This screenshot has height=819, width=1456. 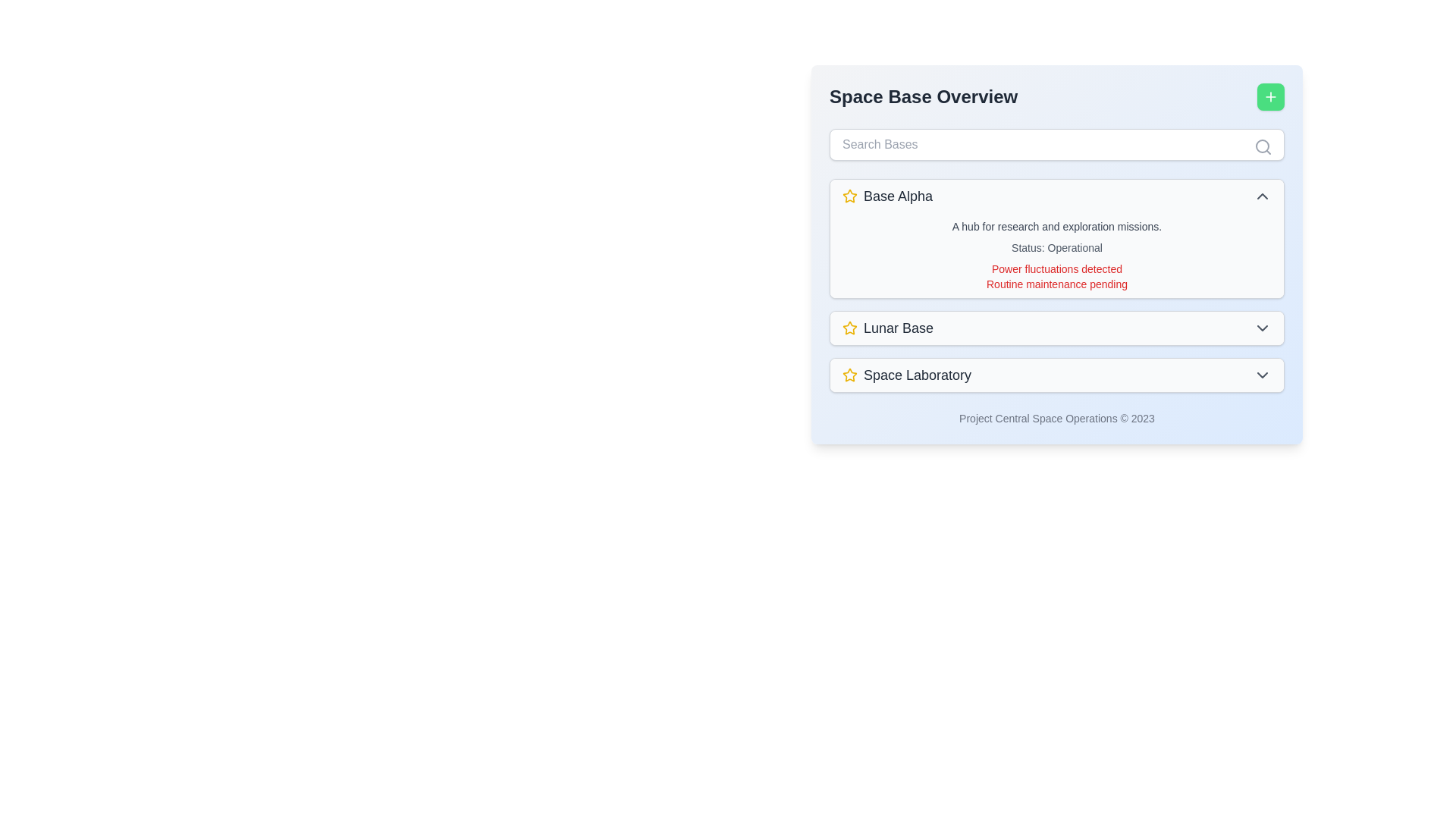 I want to click on the upward-pointing chevron icon with a gray stroke at the rightmost end of the 'Base Alpha' row, so click(x=1263, y=195).